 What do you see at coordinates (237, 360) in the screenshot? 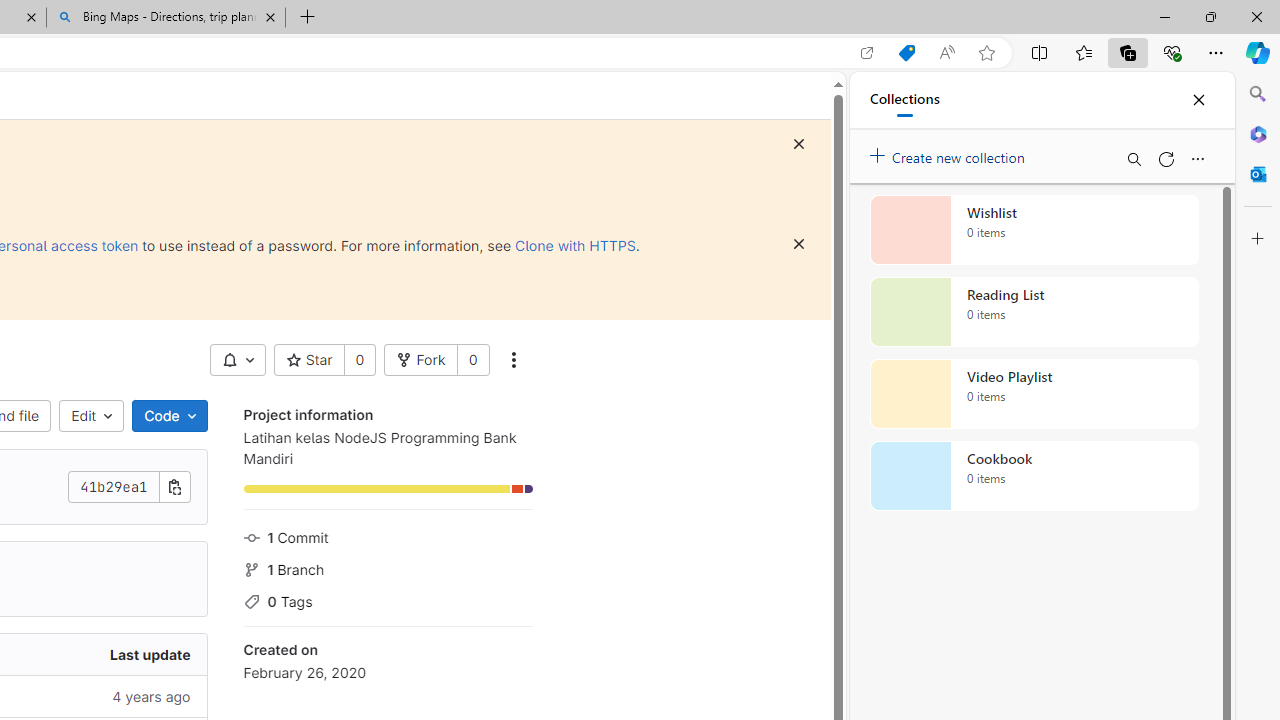
I see `'AutomationID: __BVID__372__BV_toggle_'` at bounding box center [237, 360].